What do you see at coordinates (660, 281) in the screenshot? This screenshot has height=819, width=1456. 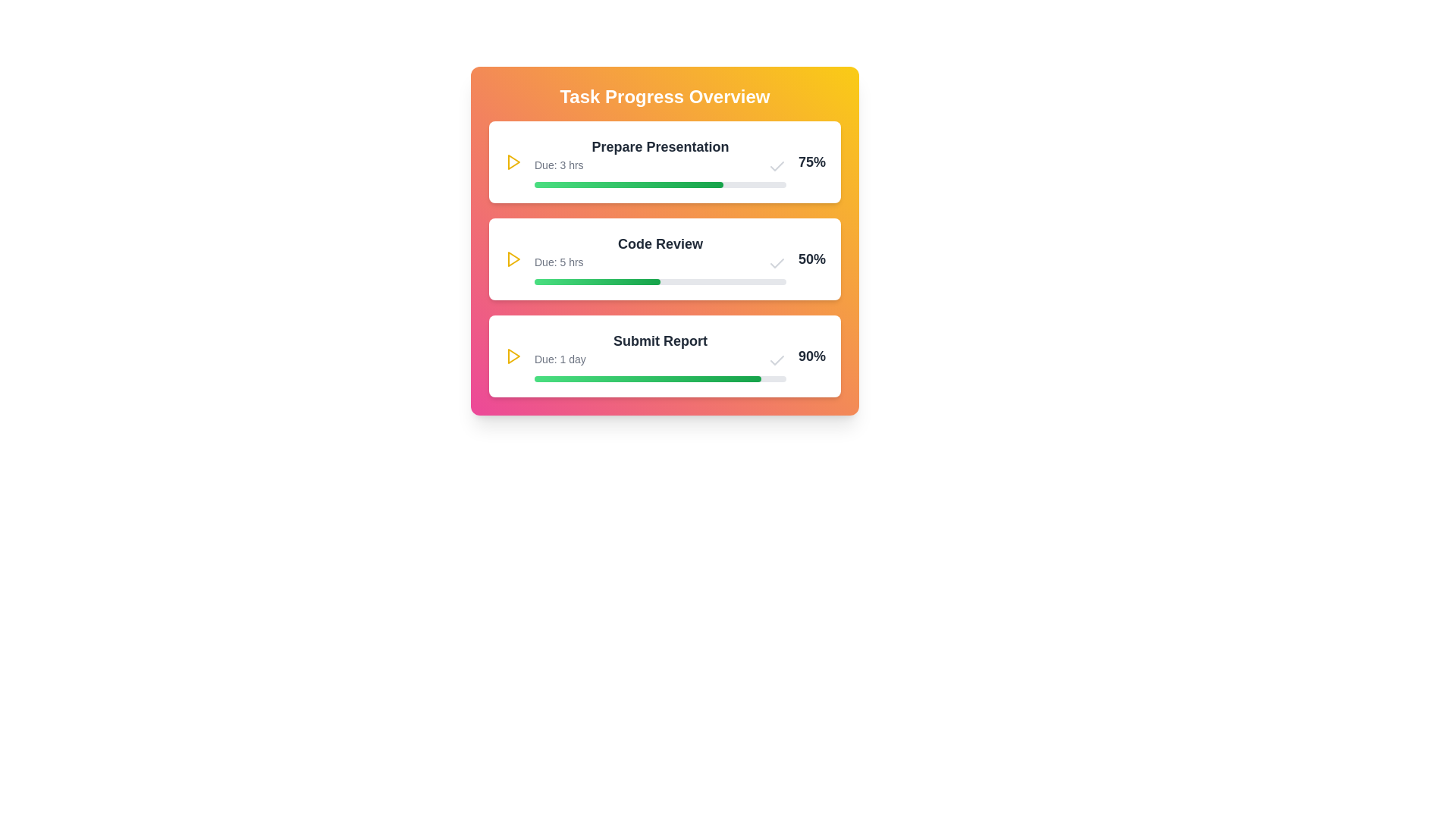 I see `the progress bar indicating 50% completion for the 'Code Review' task, located beneath 'Due: 5 hrs' in the second section of the progress items` at bounding box center [660, 281].